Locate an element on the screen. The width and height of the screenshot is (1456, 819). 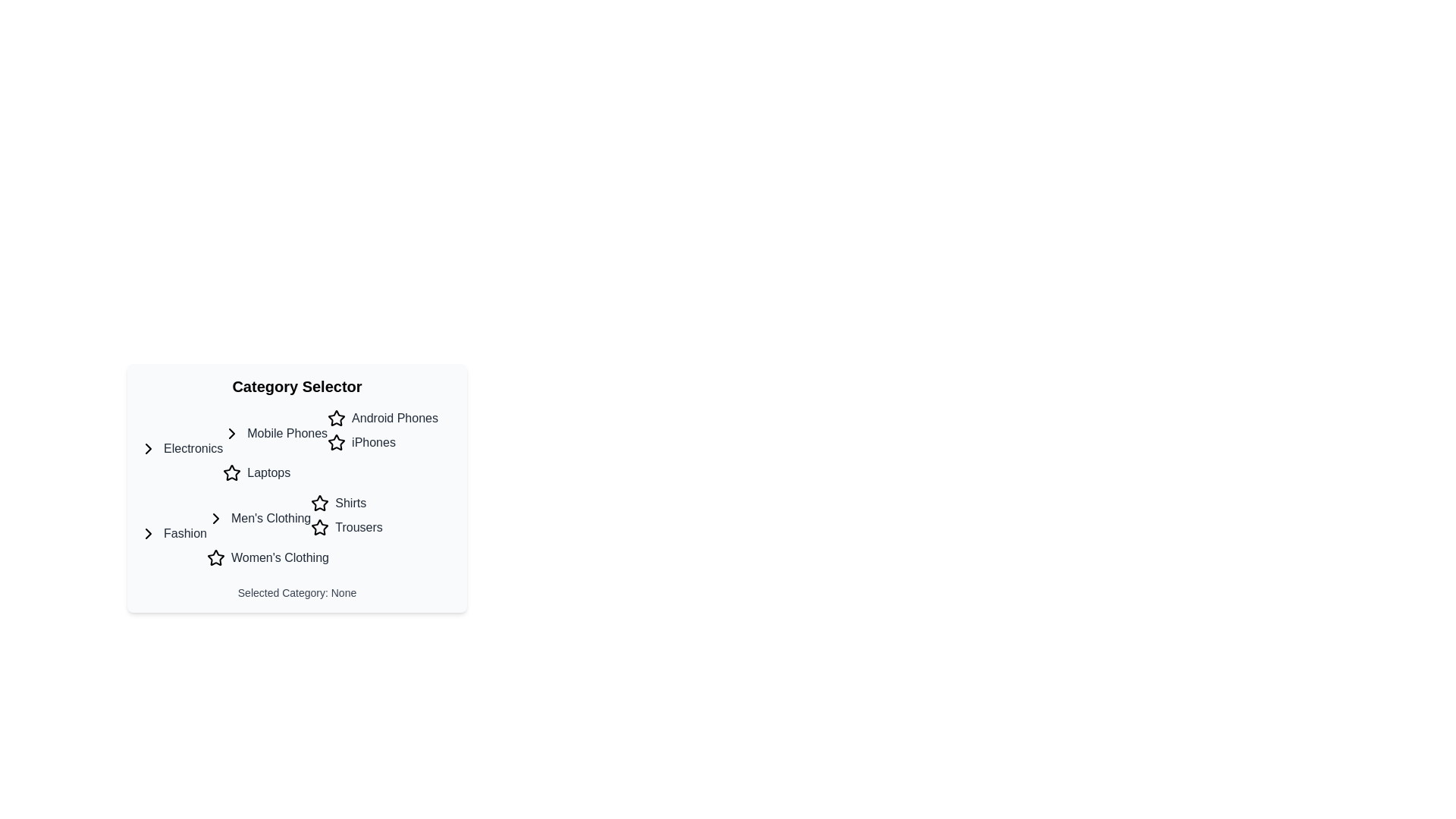
the 'Men's Clothing' label located is located at coordinates (271, 517).